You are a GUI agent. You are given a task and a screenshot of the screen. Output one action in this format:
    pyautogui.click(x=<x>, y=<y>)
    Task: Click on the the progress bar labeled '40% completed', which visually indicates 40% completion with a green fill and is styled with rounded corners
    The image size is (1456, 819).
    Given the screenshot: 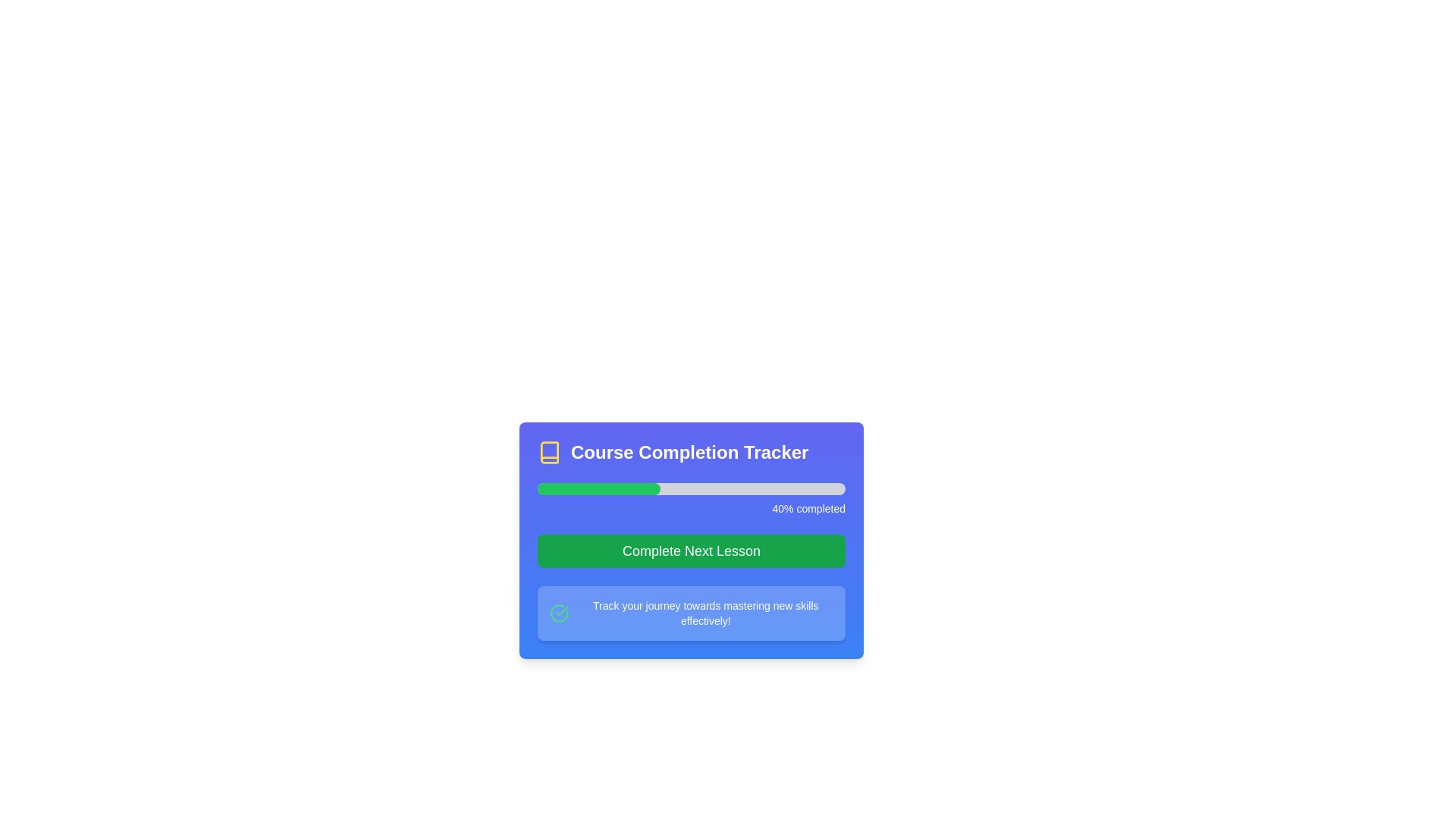 What is the action you would take?
    pyautogui.click(x=691, y=500)
    